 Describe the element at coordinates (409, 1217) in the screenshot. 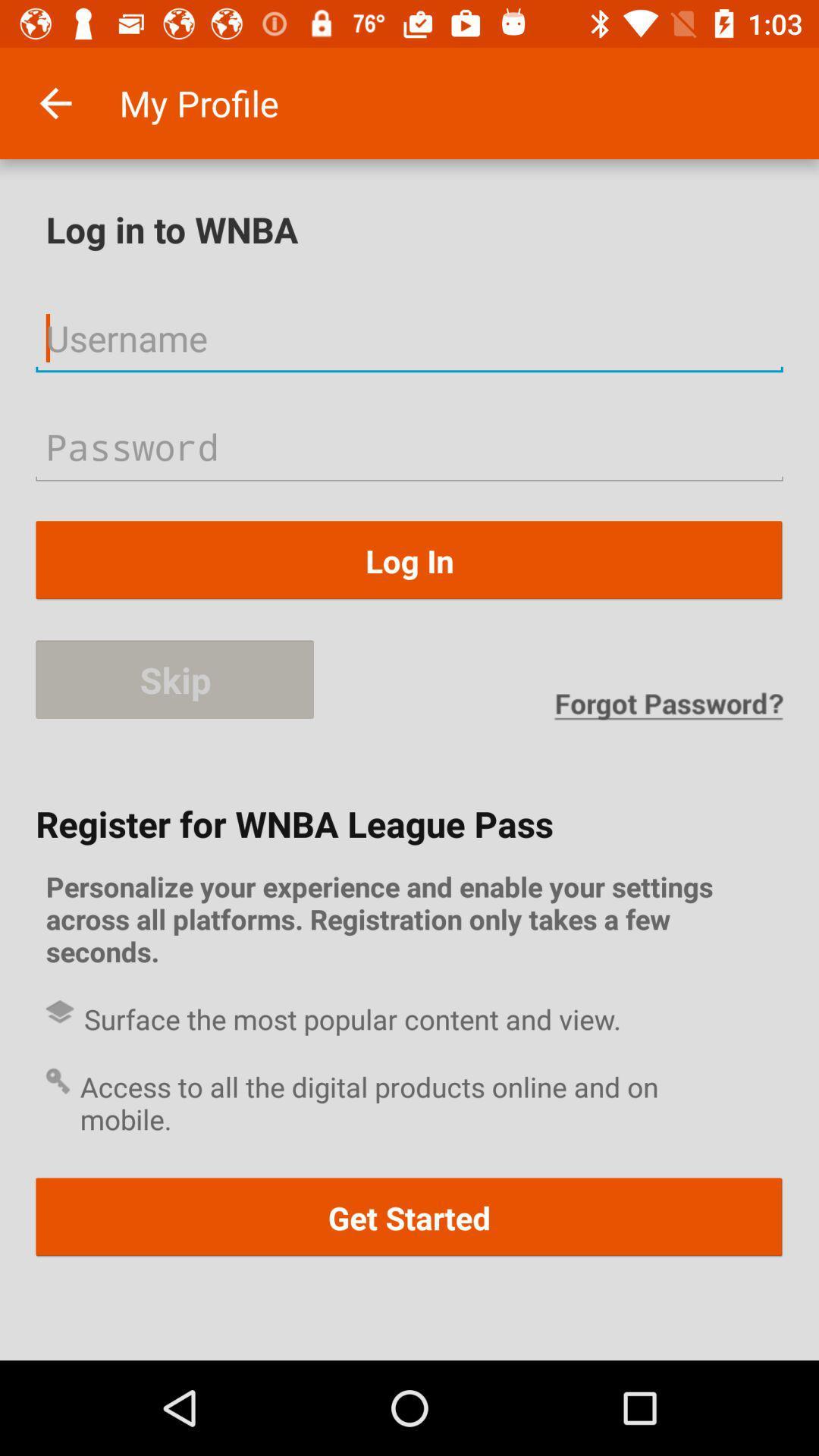

I see `item below the access to all` at that location.